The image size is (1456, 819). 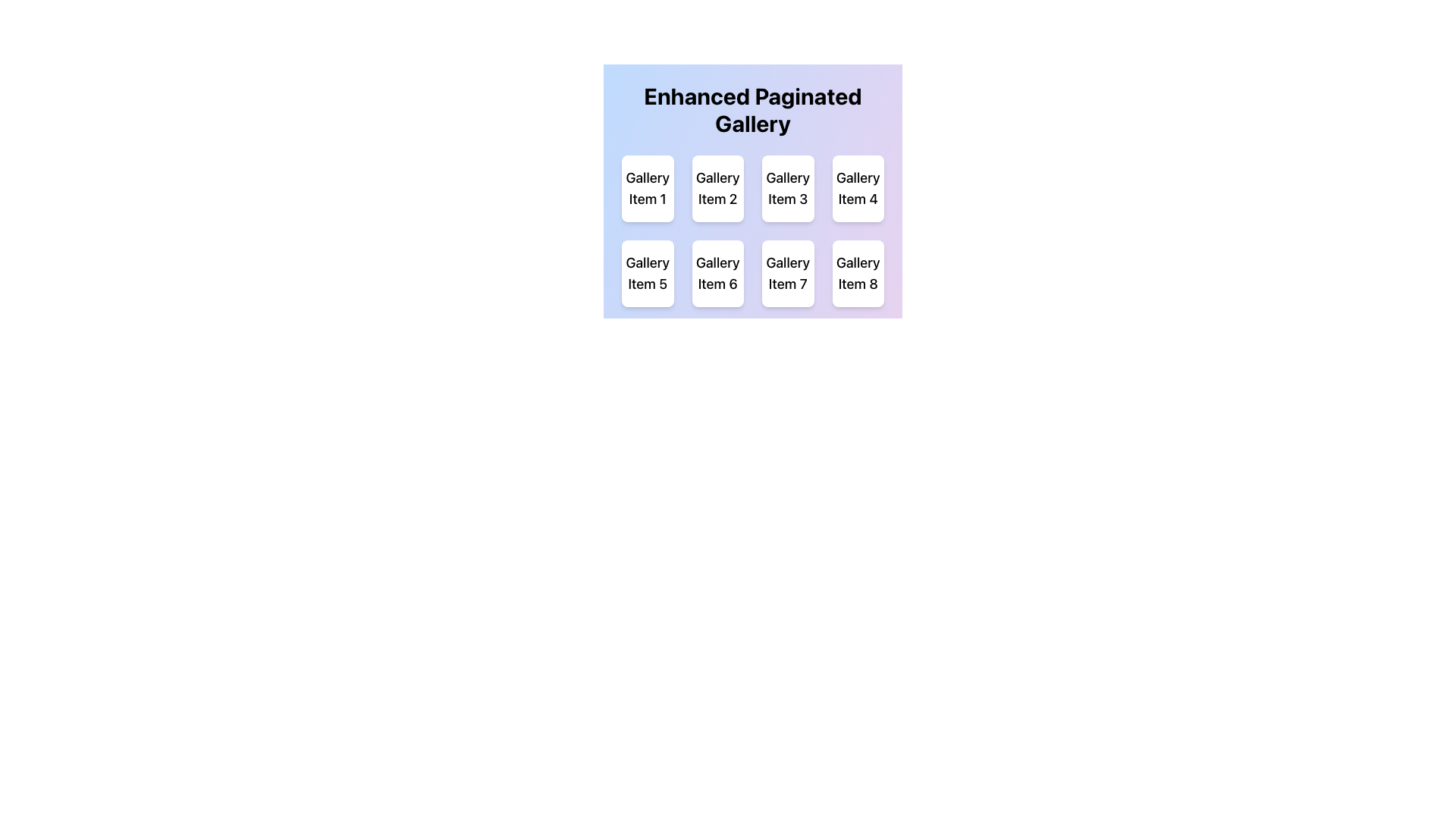 What do you see at coordinates (717, 188) in the screenshot?
I see `the gallery item card, which is the second item in the first row of a 4-column grid layout` at bounding box center [717, 188].